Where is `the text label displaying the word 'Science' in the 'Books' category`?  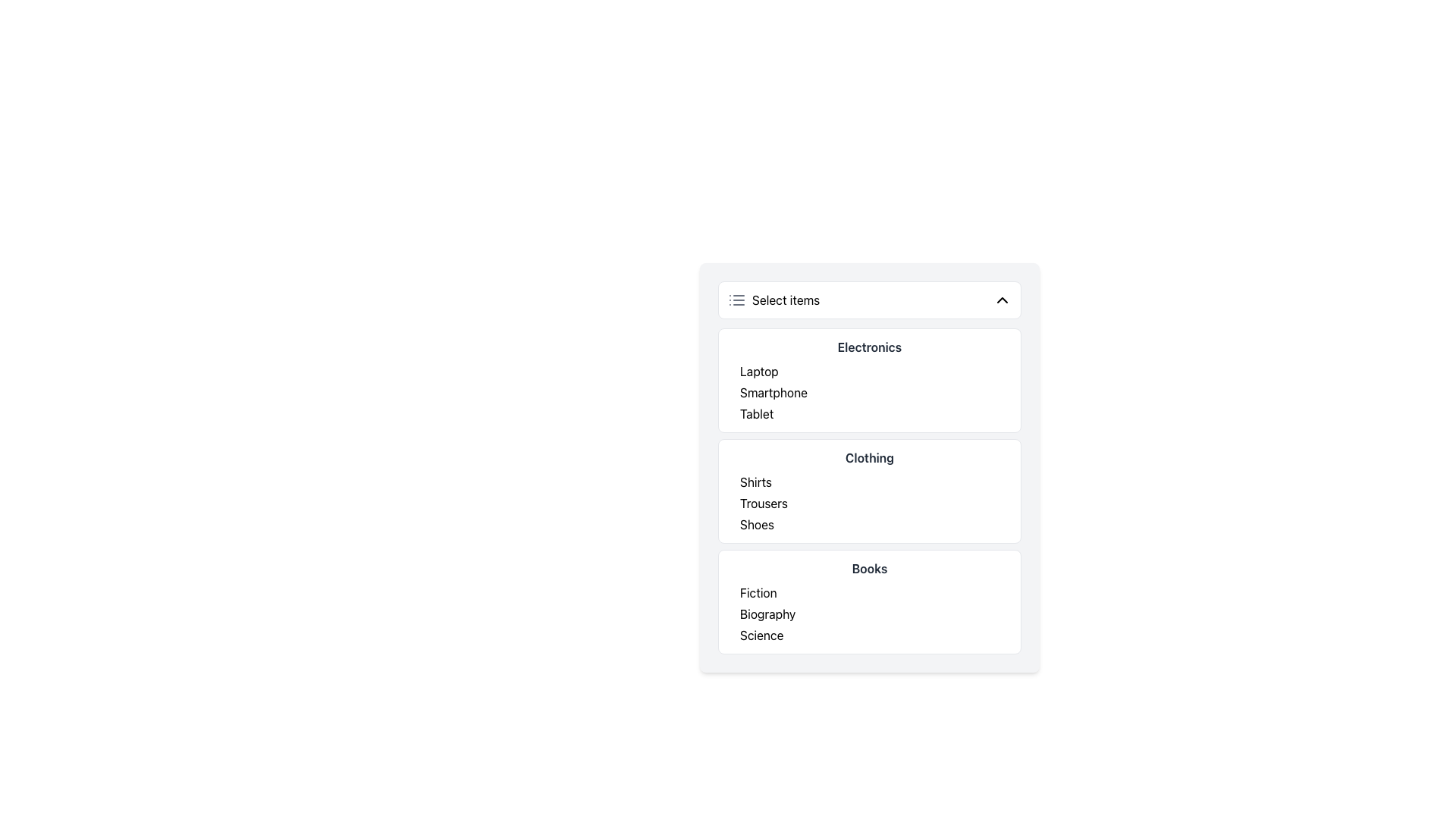
the text label displaying the word 'Science' in the 'Books' category is located at coordinates (761, 635).